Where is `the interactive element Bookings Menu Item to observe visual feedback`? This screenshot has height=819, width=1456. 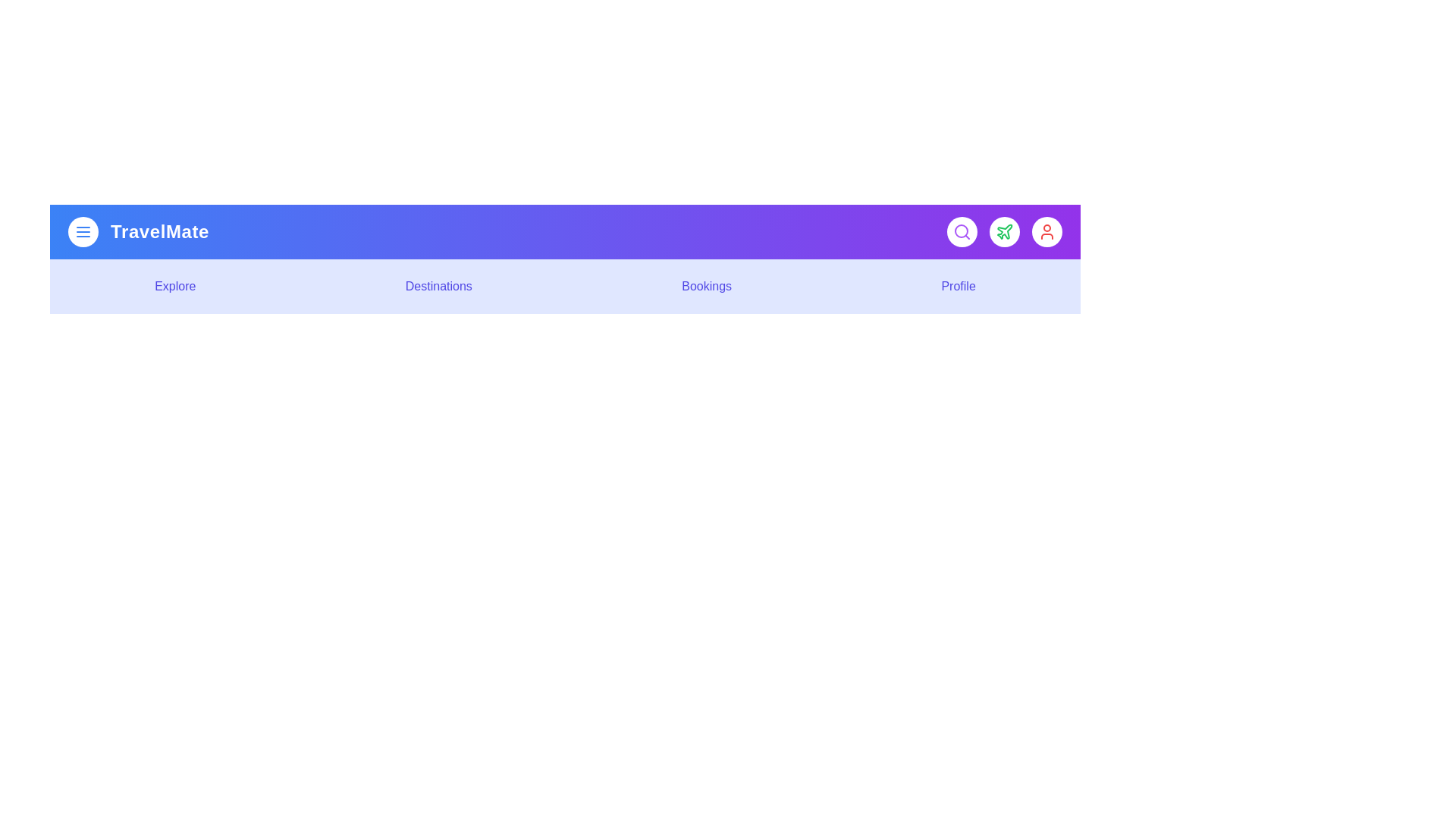 the interactive element Bookings Menu Item to observe visual feedback is located at coordinates (705, 287).